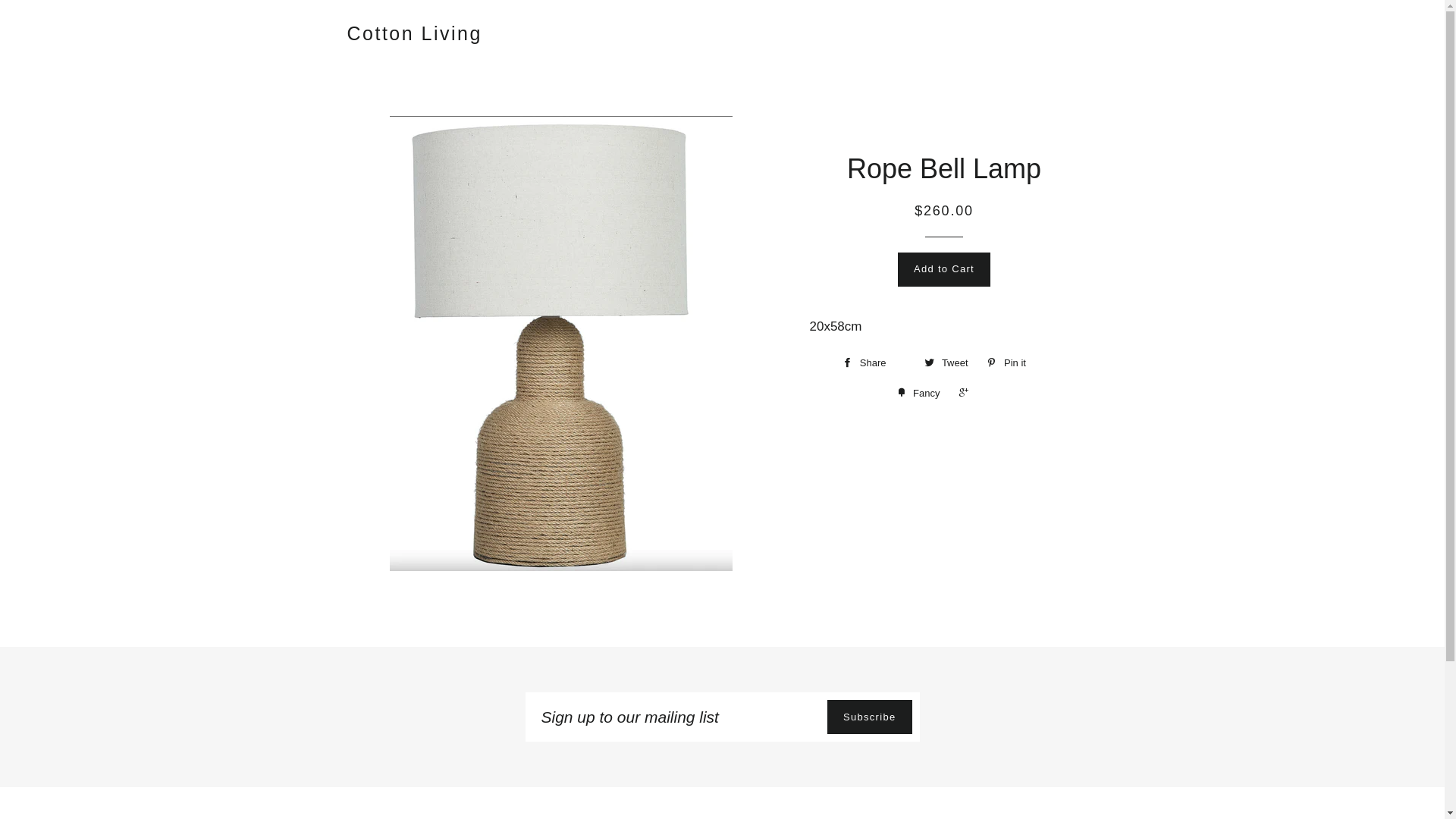  I want to click on 'Share', so click(874, 362).